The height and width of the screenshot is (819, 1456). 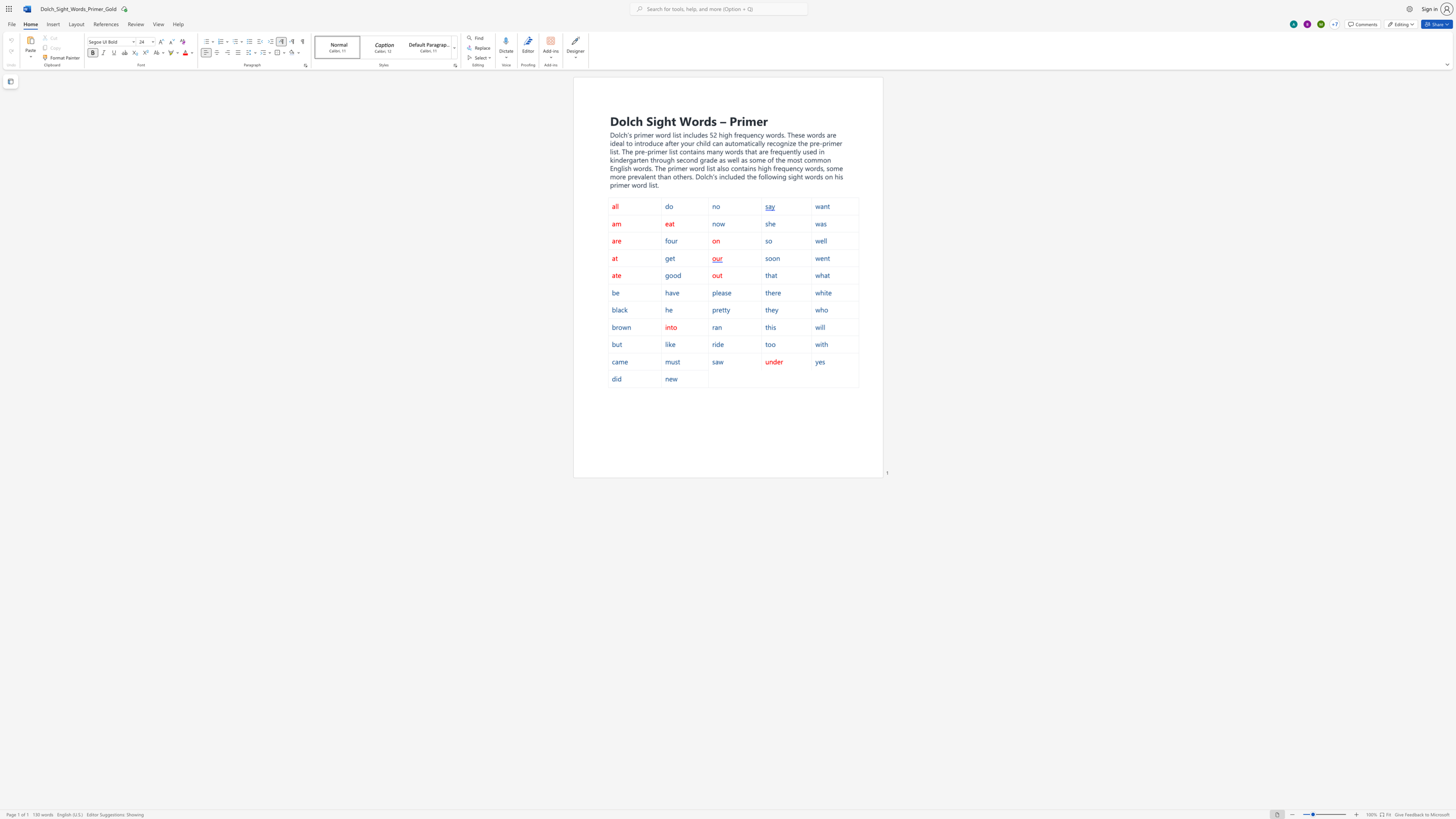 What do you see at coordinates (711, 151) in the screenshot?
I see `the space between the continuous character "m" and "a" in the text` at bounding box center [711, 151].